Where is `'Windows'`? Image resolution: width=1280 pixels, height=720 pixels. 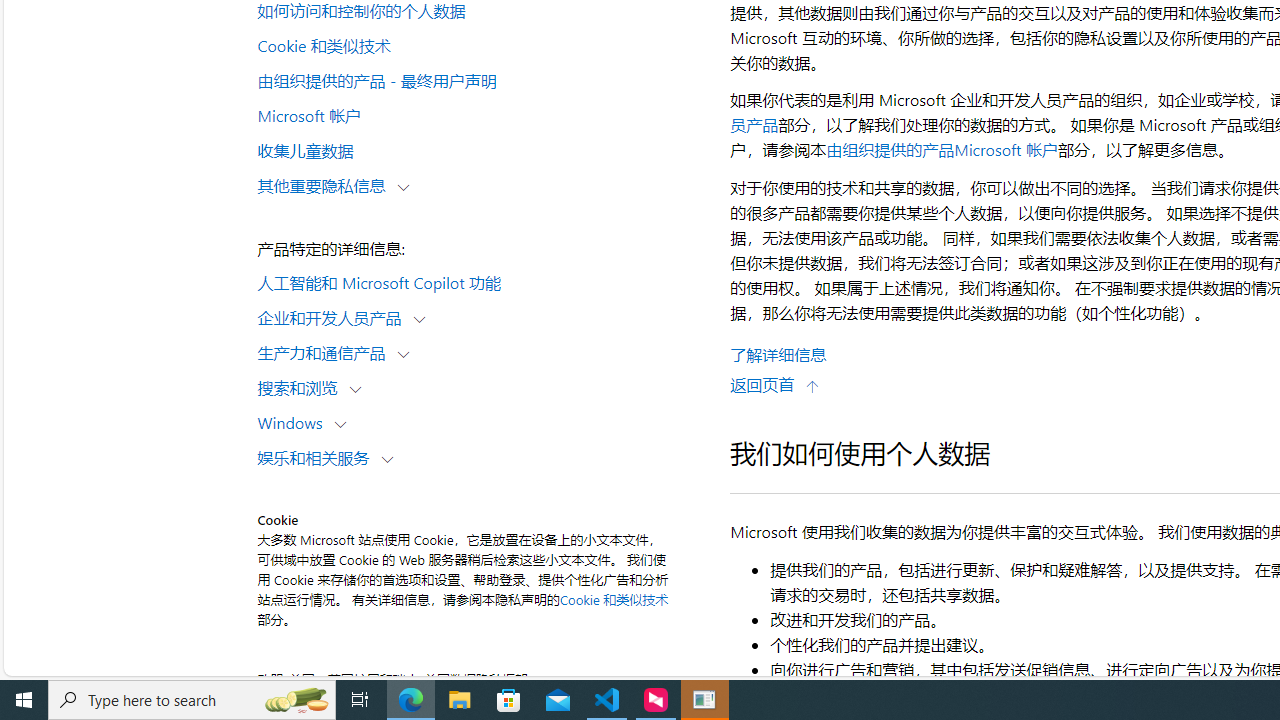 'Windows' is located at coordinates (294, 420).